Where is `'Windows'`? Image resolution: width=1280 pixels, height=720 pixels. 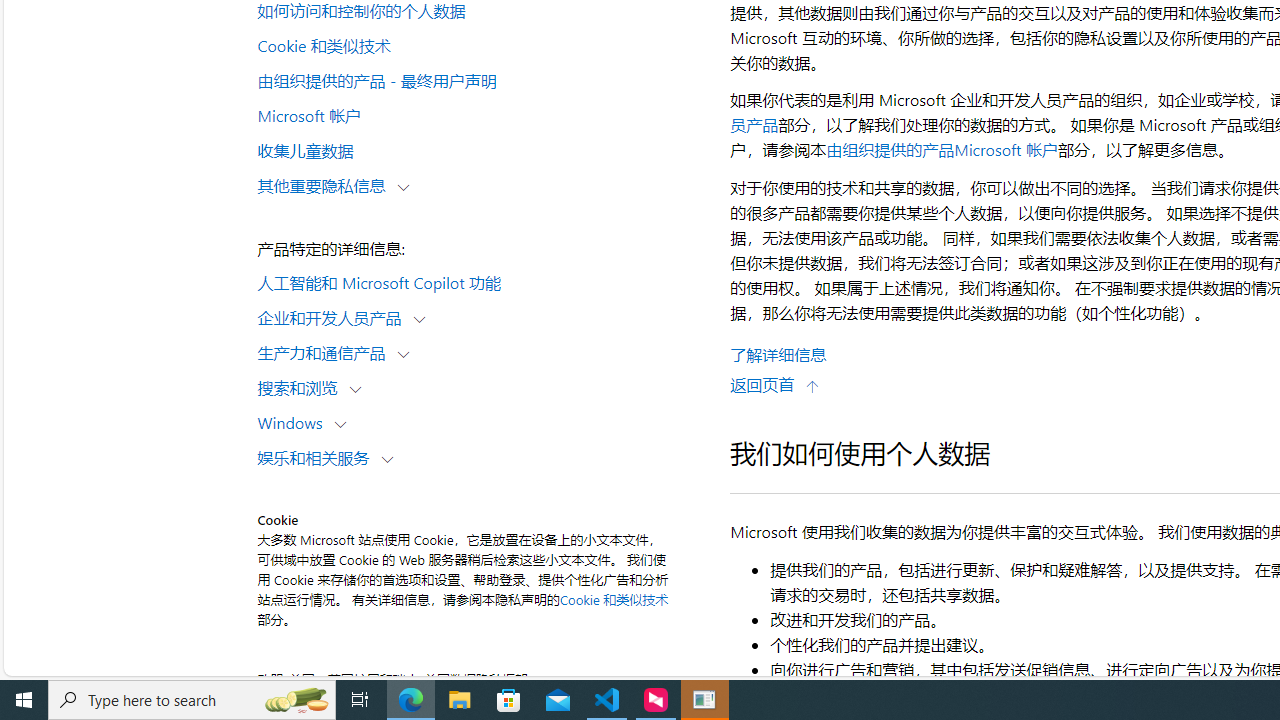 'Windows' is located at coordinates (294, 420).